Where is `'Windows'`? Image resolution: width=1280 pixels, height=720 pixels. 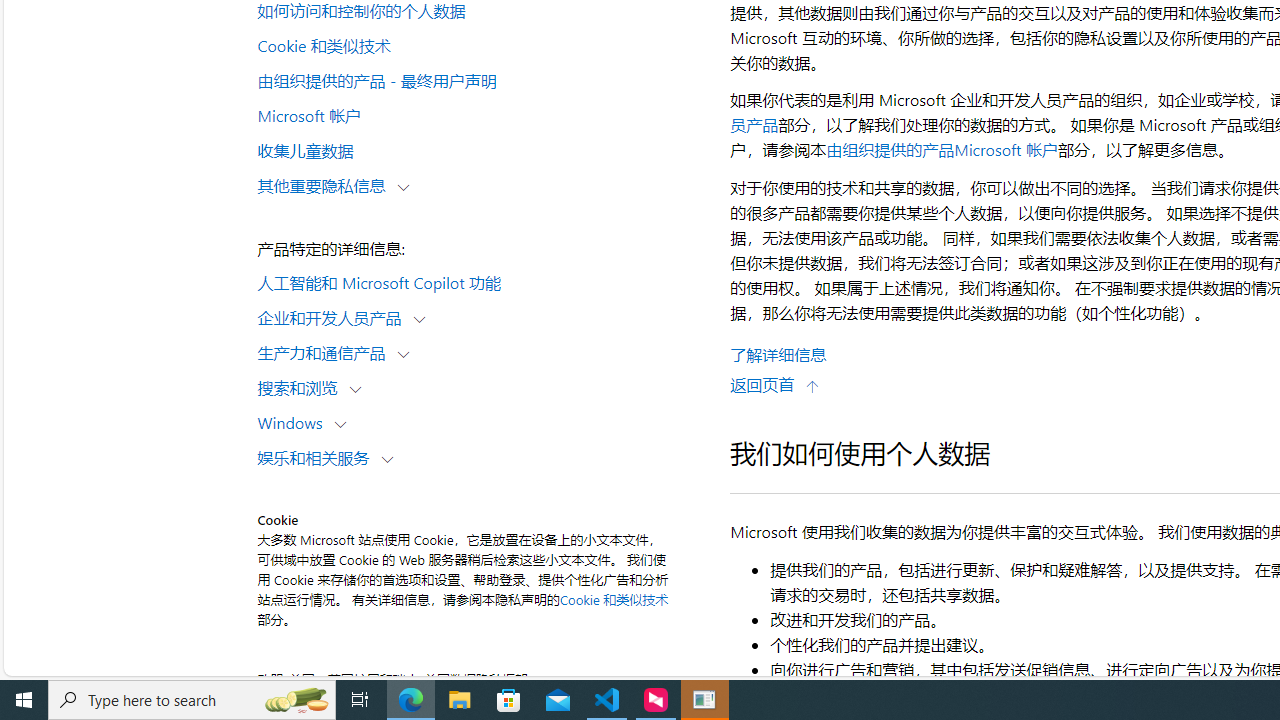 'Windows' is located at coordinates (294, 420).